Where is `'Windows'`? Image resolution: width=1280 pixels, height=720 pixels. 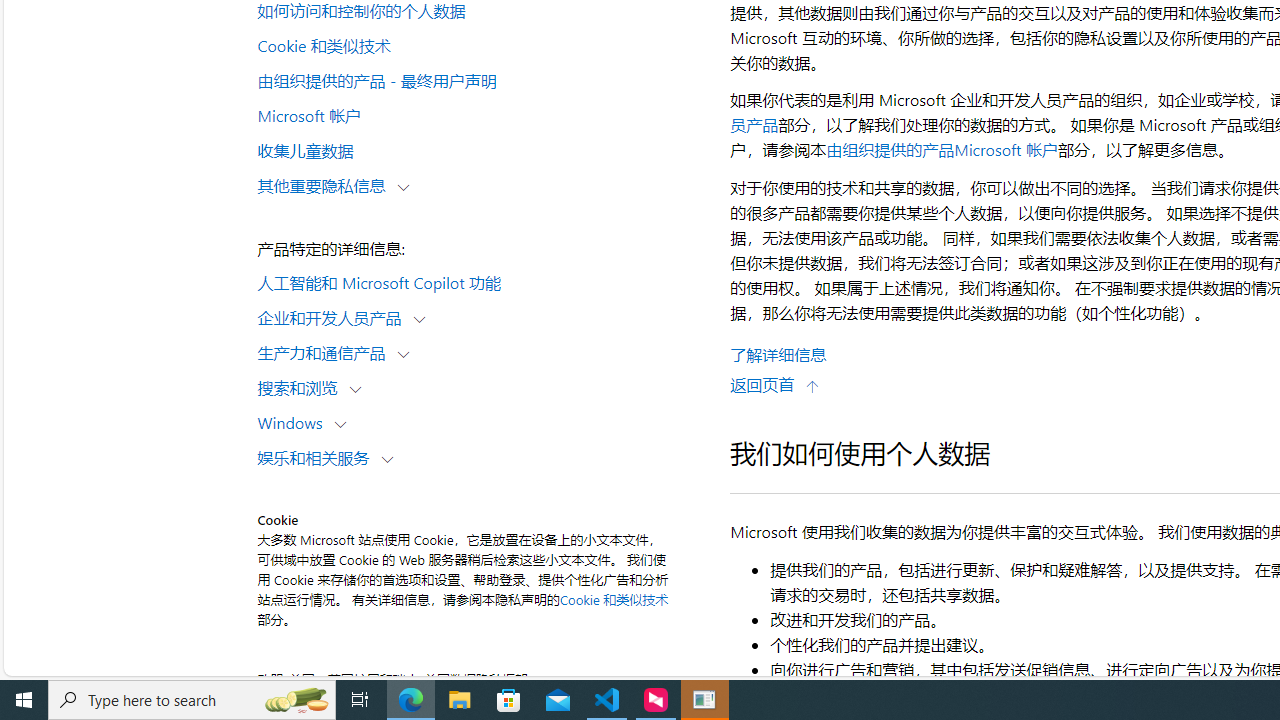 'Windows' is located at coordinates (294, 420).